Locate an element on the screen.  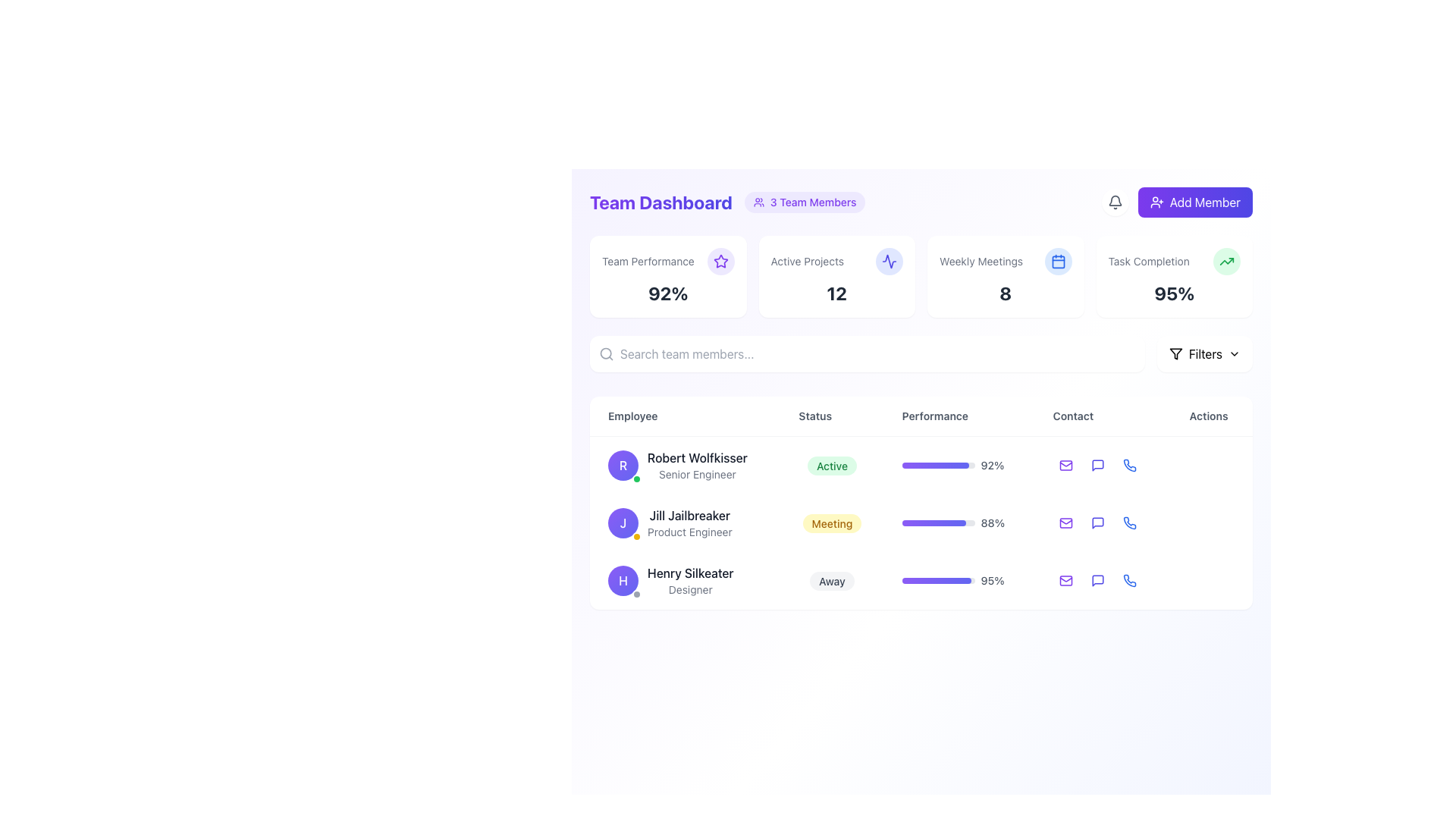
the progress bar displaying approximately 88% progress, which is part of the performance indicator for 'Jill Jailbreaker' is located at coordinates (933, 522).